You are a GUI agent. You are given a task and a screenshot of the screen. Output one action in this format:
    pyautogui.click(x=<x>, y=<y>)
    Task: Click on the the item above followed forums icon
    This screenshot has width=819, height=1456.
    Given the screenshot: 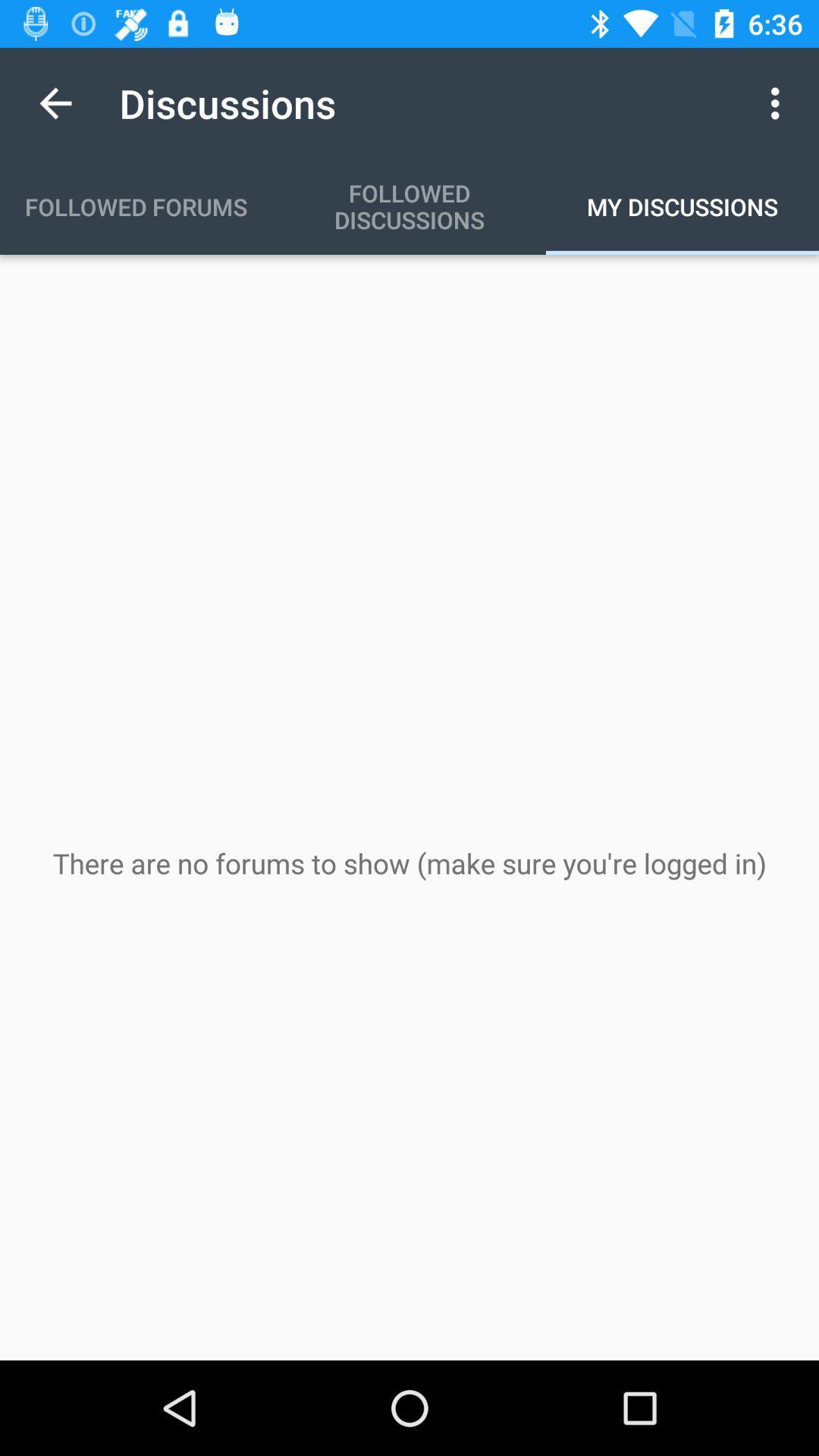 What is the action you would take?
    pyautogui.click(x=55, y=102)
    